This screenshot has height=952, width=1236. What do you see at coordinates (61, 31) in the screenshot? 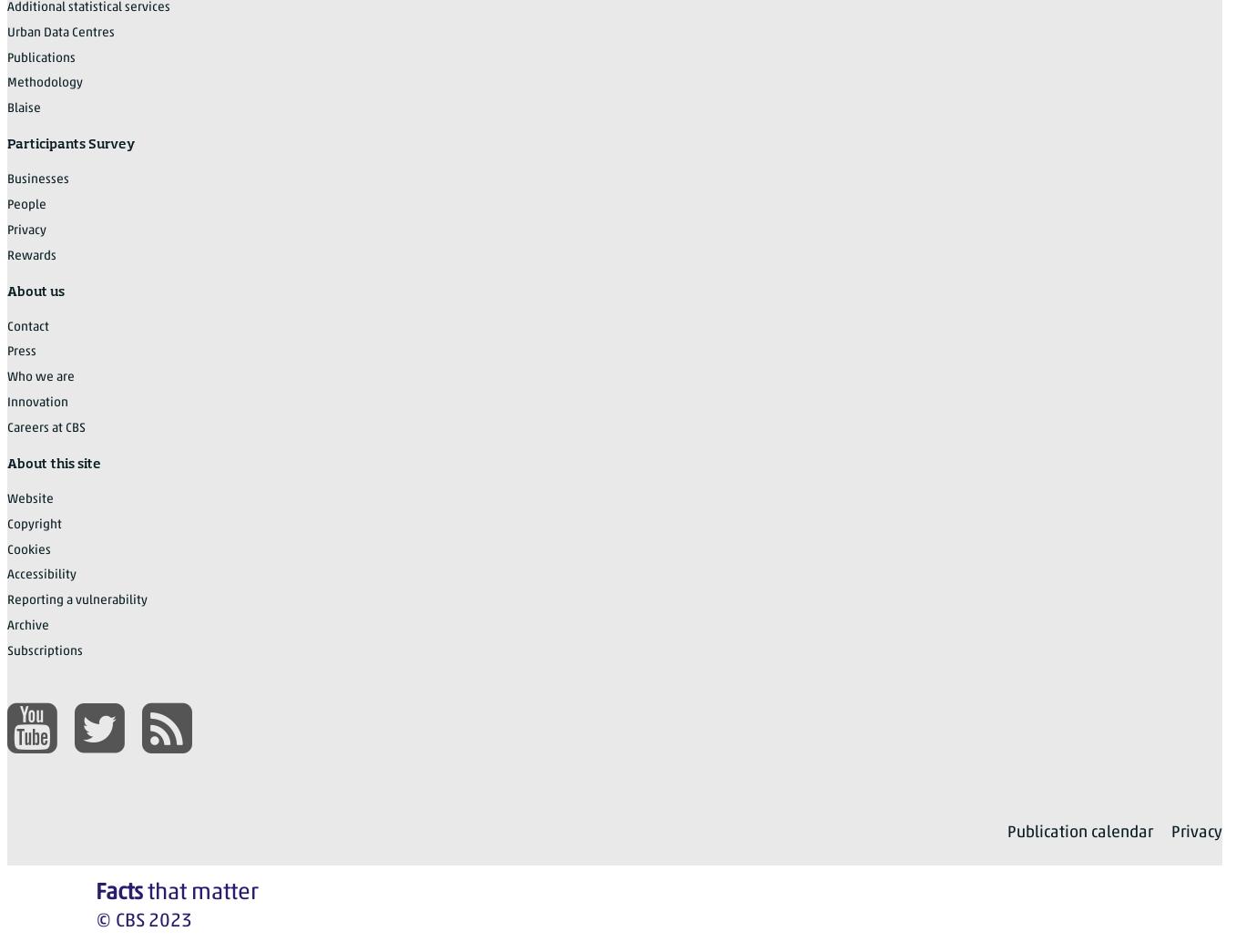
I see `'Urban Data Centres'` at bounding box center [61, 31].